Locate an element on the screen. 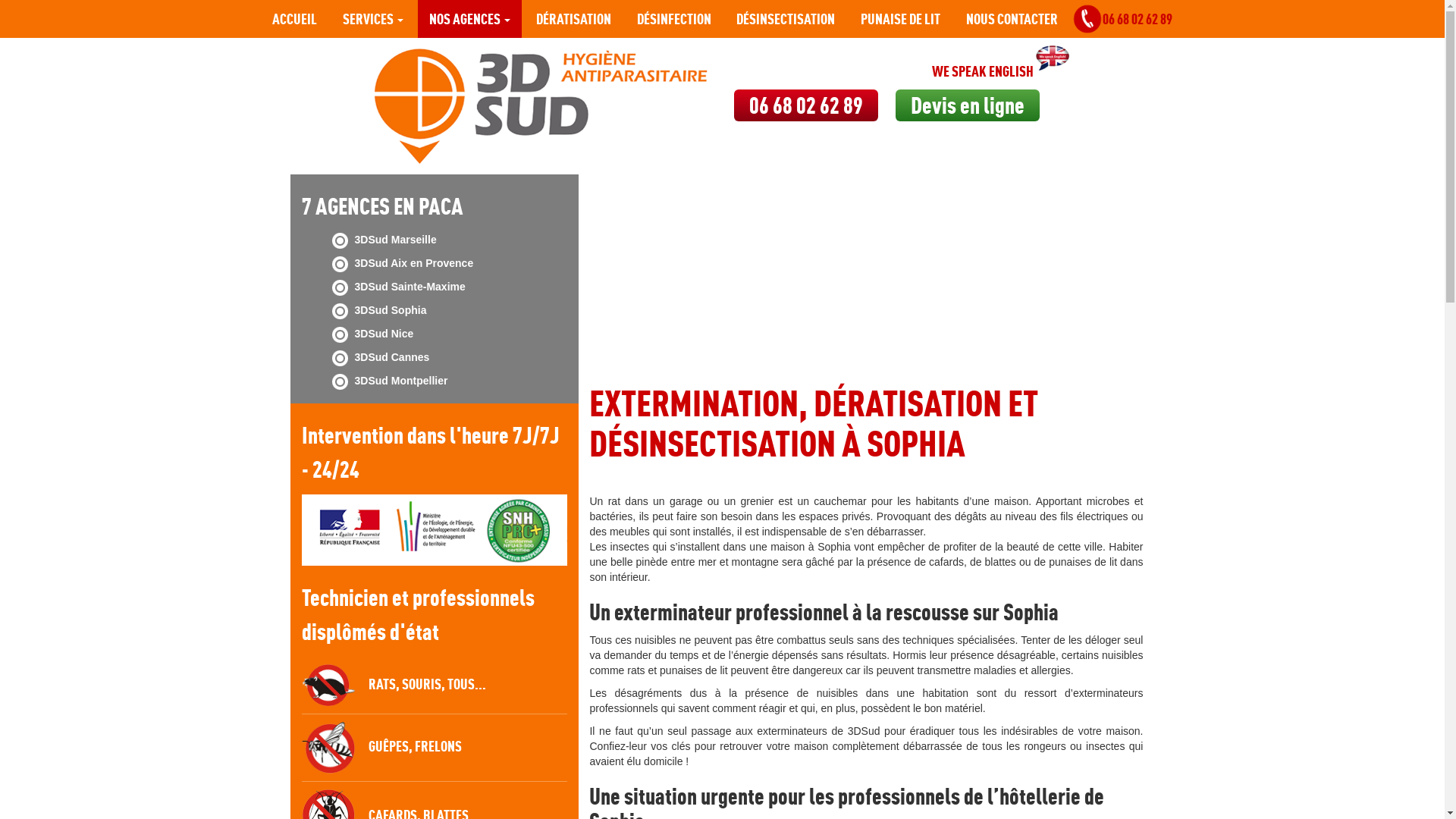 The image size is (1456, 819). 'ACCUEIL' is located at coordinates (261, 18).